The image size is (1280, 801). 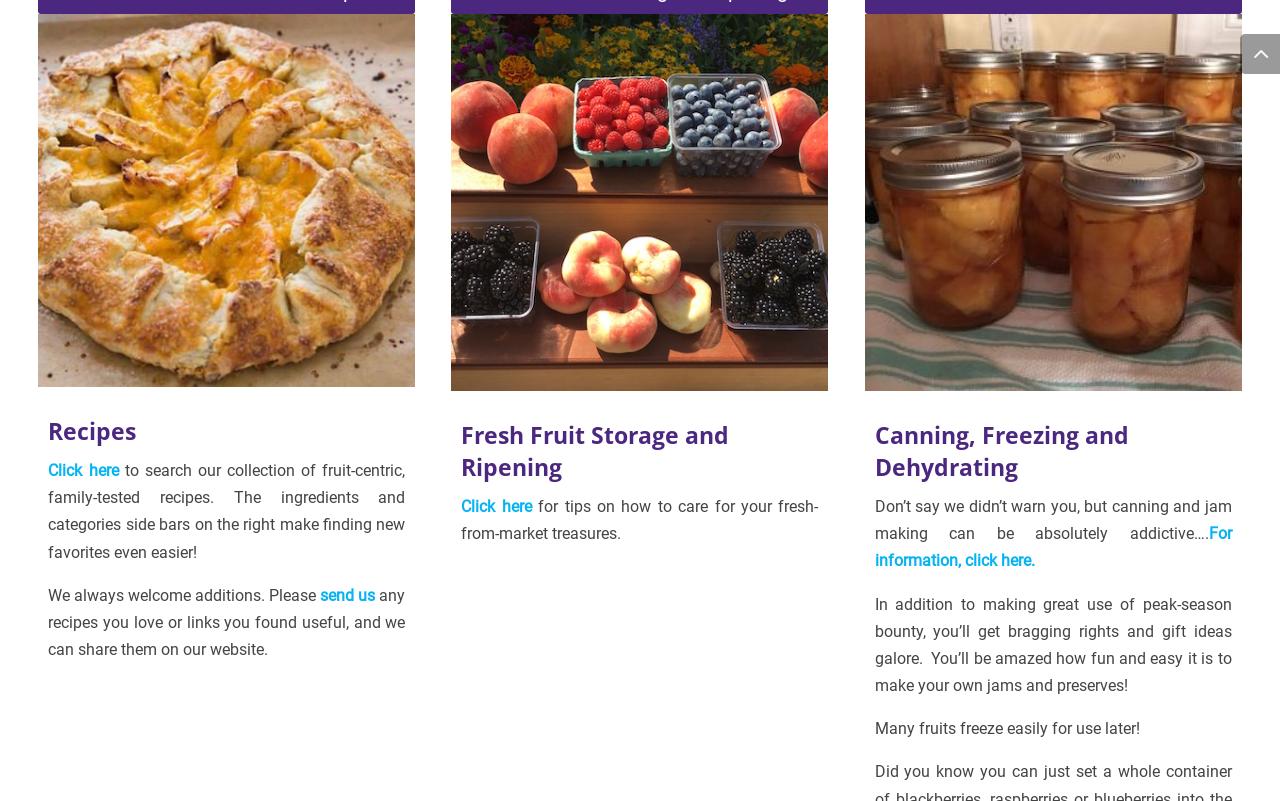 What do you see at coordinates (593, 450) in the screenshot?
I see `'Fresh Fruit Storage and Ripening'` at bounding box center [593, 450].